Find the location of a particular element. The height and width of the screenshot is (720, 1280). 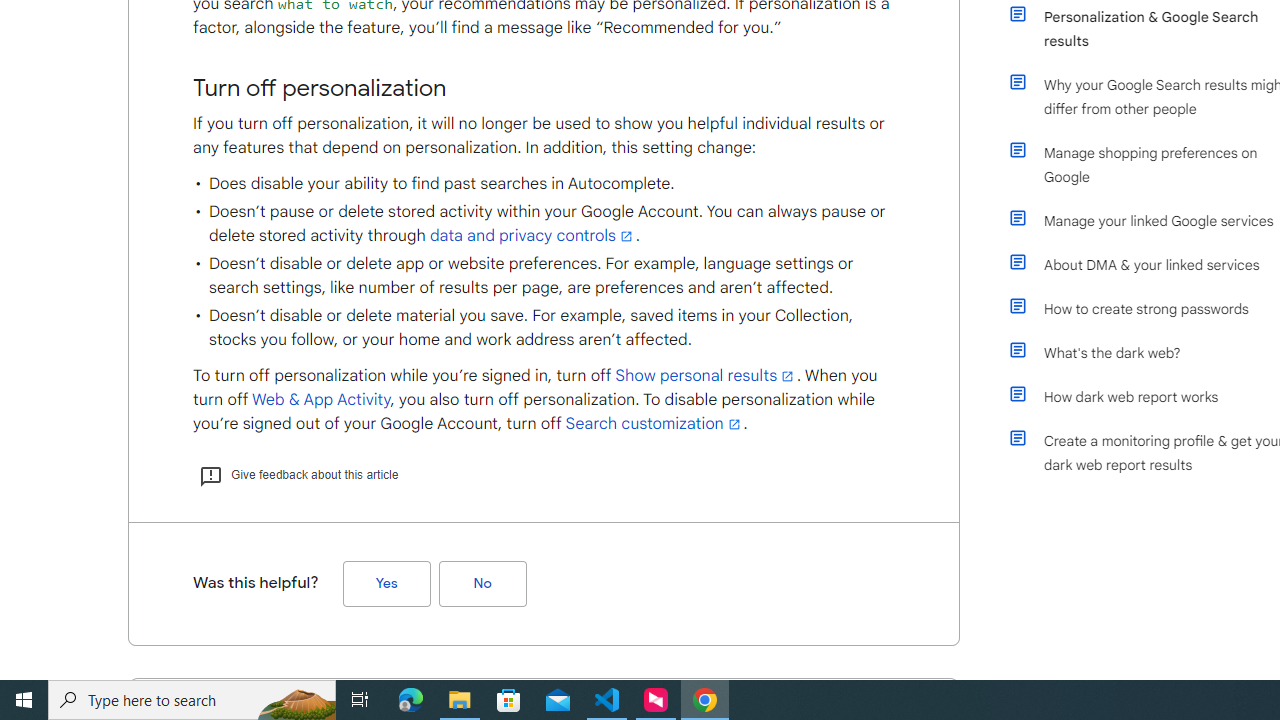

'Give feedback about this article' is located at coordinates (297, 474).